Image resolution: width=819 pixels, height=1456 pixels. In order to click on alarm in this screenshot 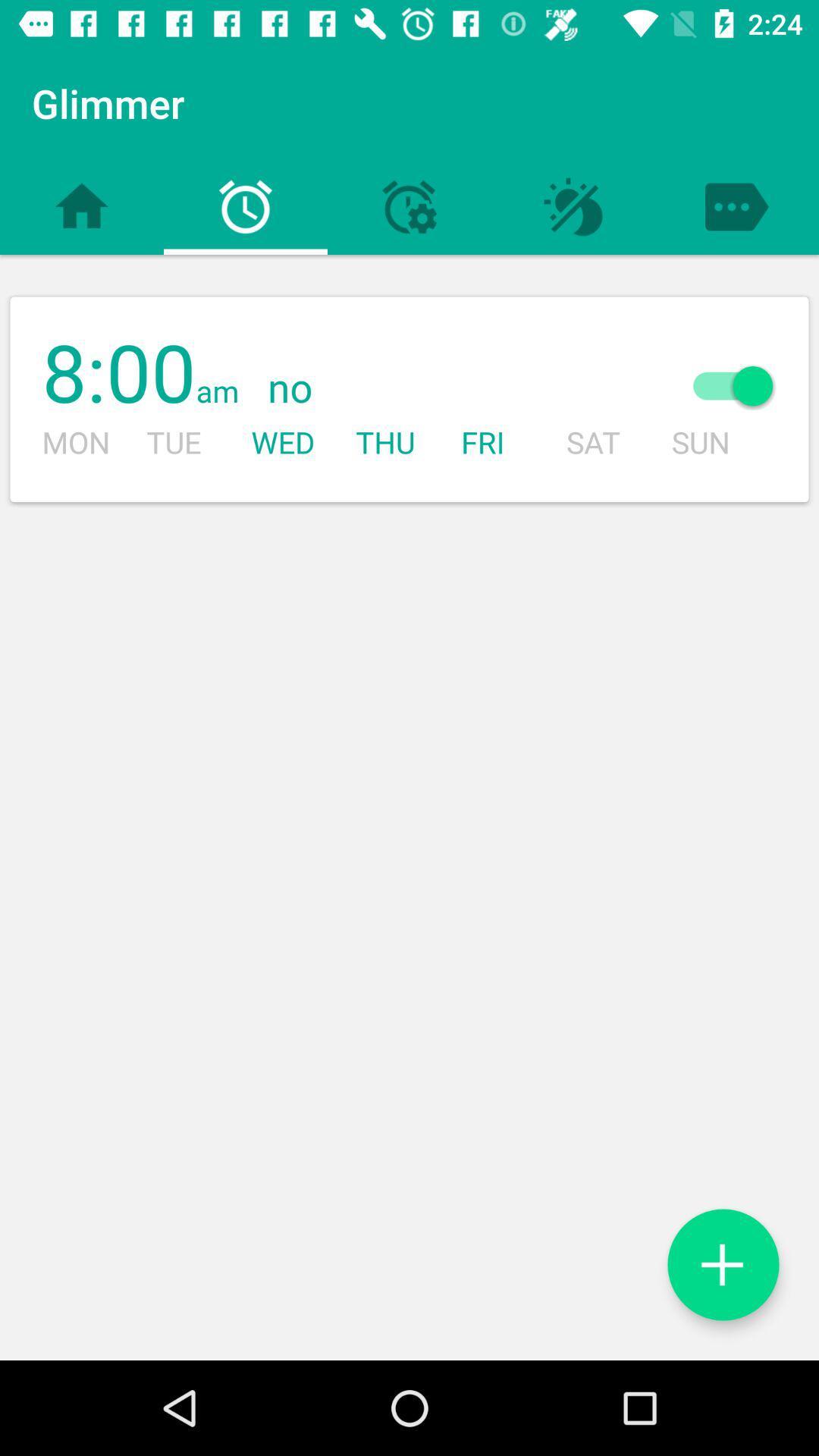, I will do `click(722, 1264)`.